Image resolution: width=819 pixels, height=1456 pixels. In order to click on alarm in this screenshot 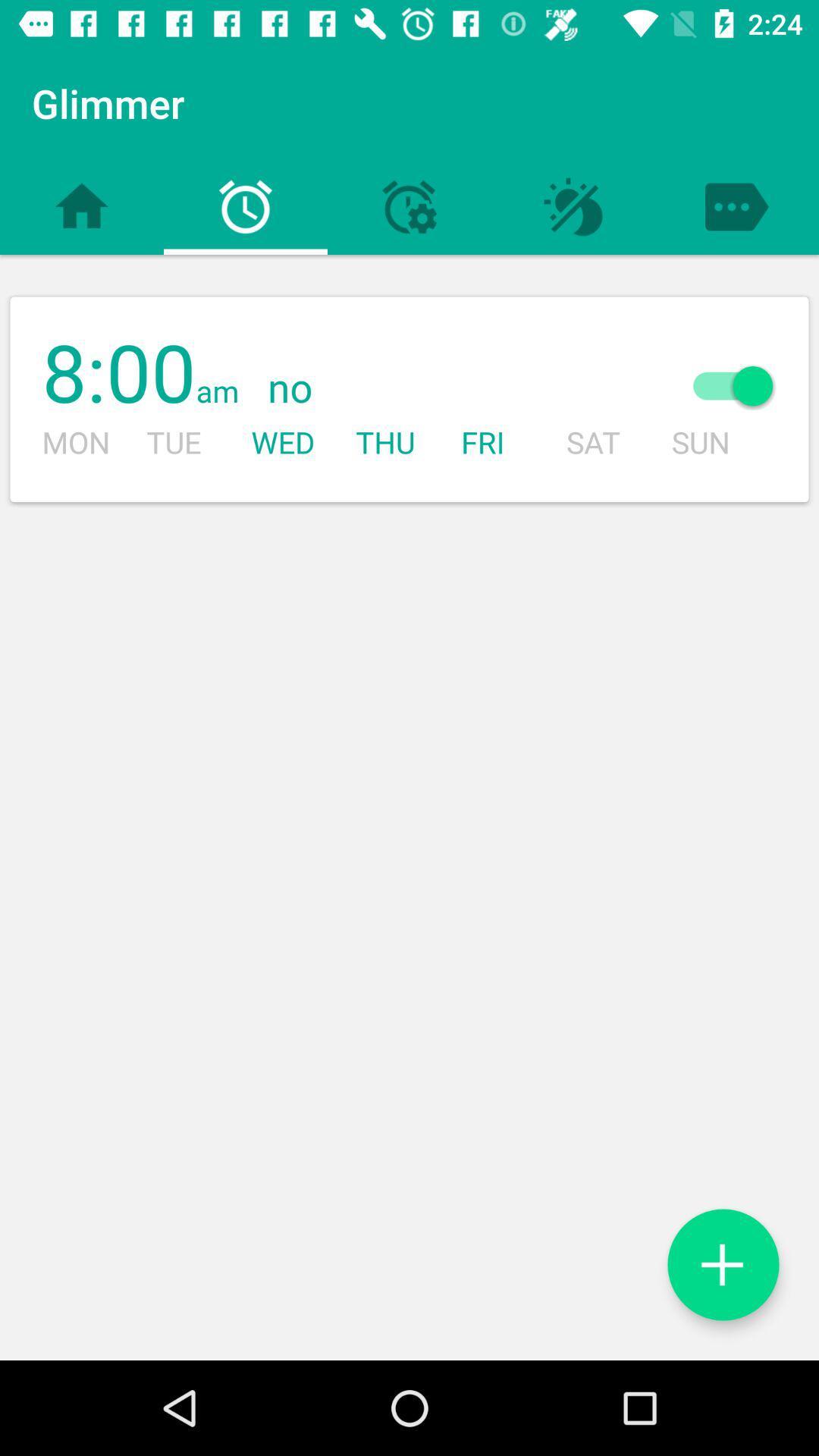, I will do `click(722, 1264)`.